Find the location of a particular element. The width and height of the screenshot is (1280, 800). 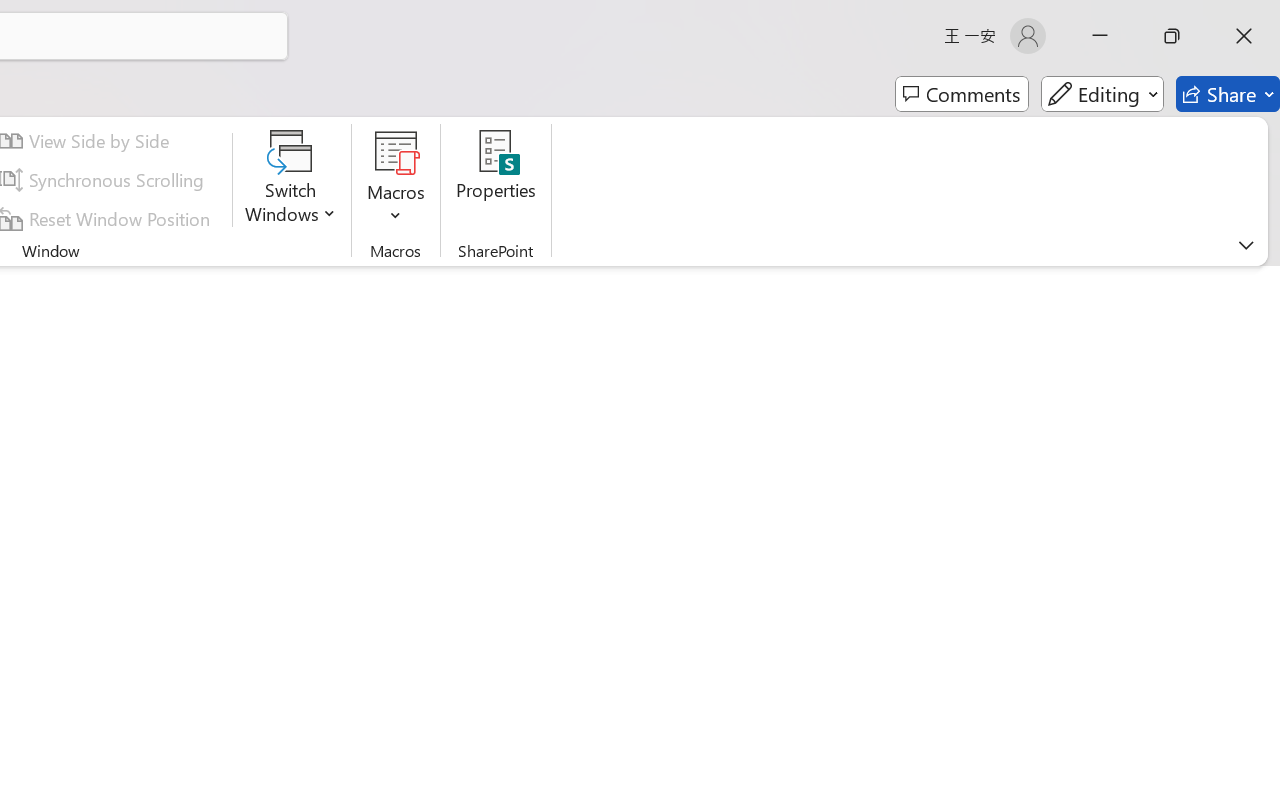

'Minimize' is located at coordinates (1099, 35).